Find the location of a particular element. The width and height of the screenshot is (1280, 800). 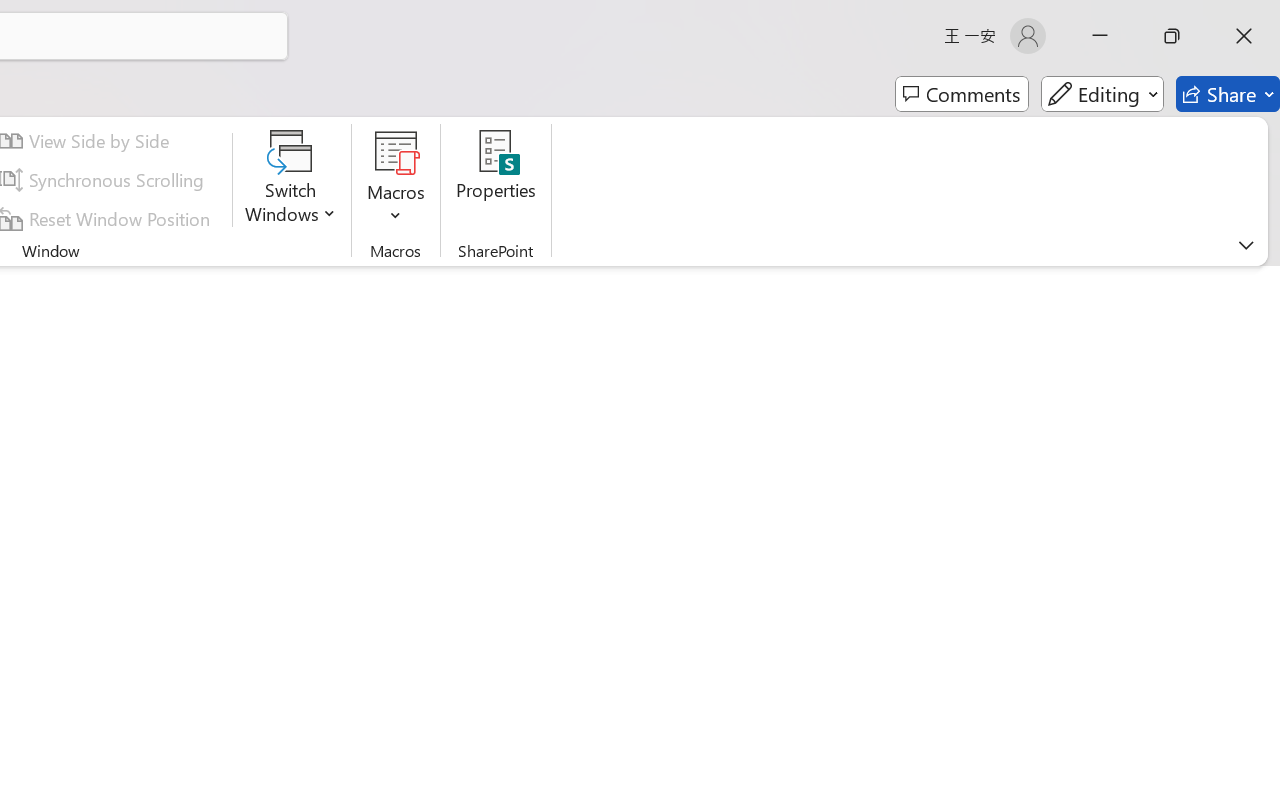

'Minimize' is located at coordinates (1099, 35).